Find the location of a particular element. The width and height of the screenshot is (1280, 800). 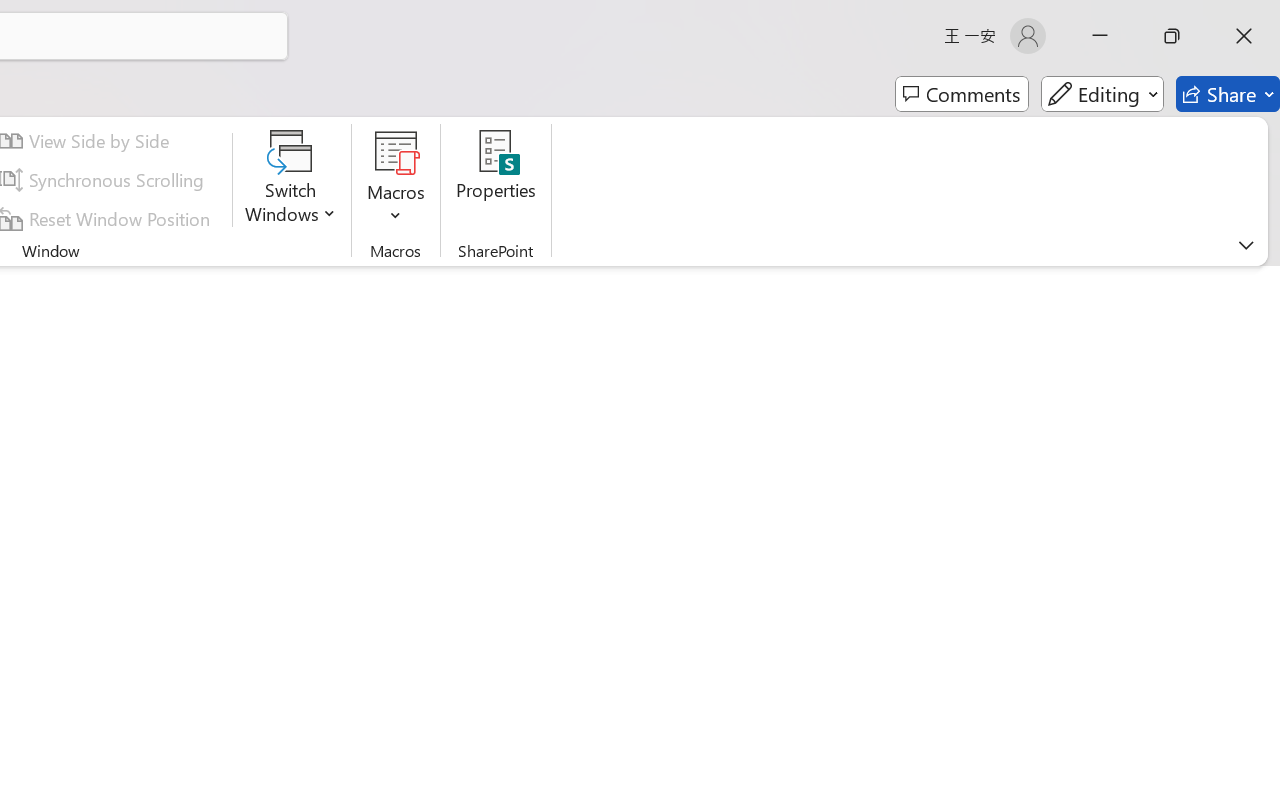

'Minimize' is located at coordinates (1099, 35).